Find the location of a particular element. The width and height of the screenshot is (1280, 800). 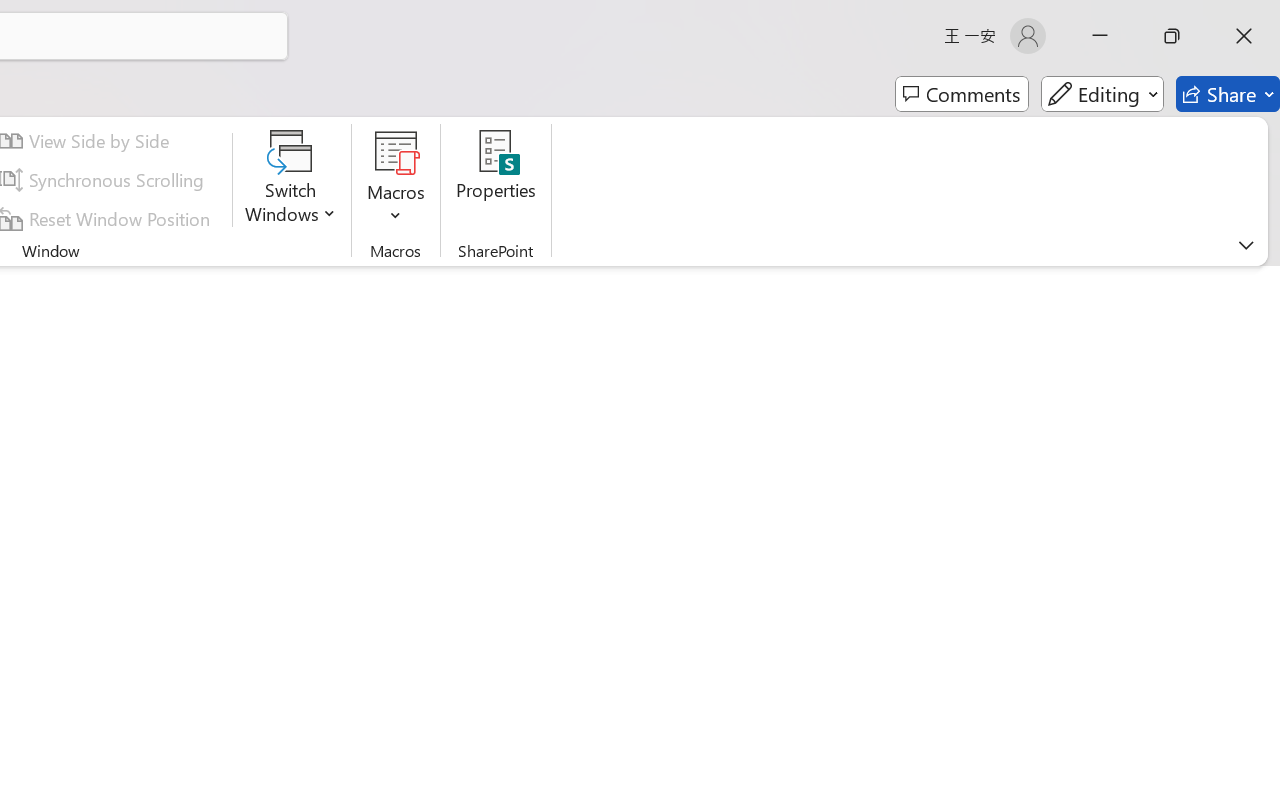

'Minimize' is located at coordinates (1099, 35).